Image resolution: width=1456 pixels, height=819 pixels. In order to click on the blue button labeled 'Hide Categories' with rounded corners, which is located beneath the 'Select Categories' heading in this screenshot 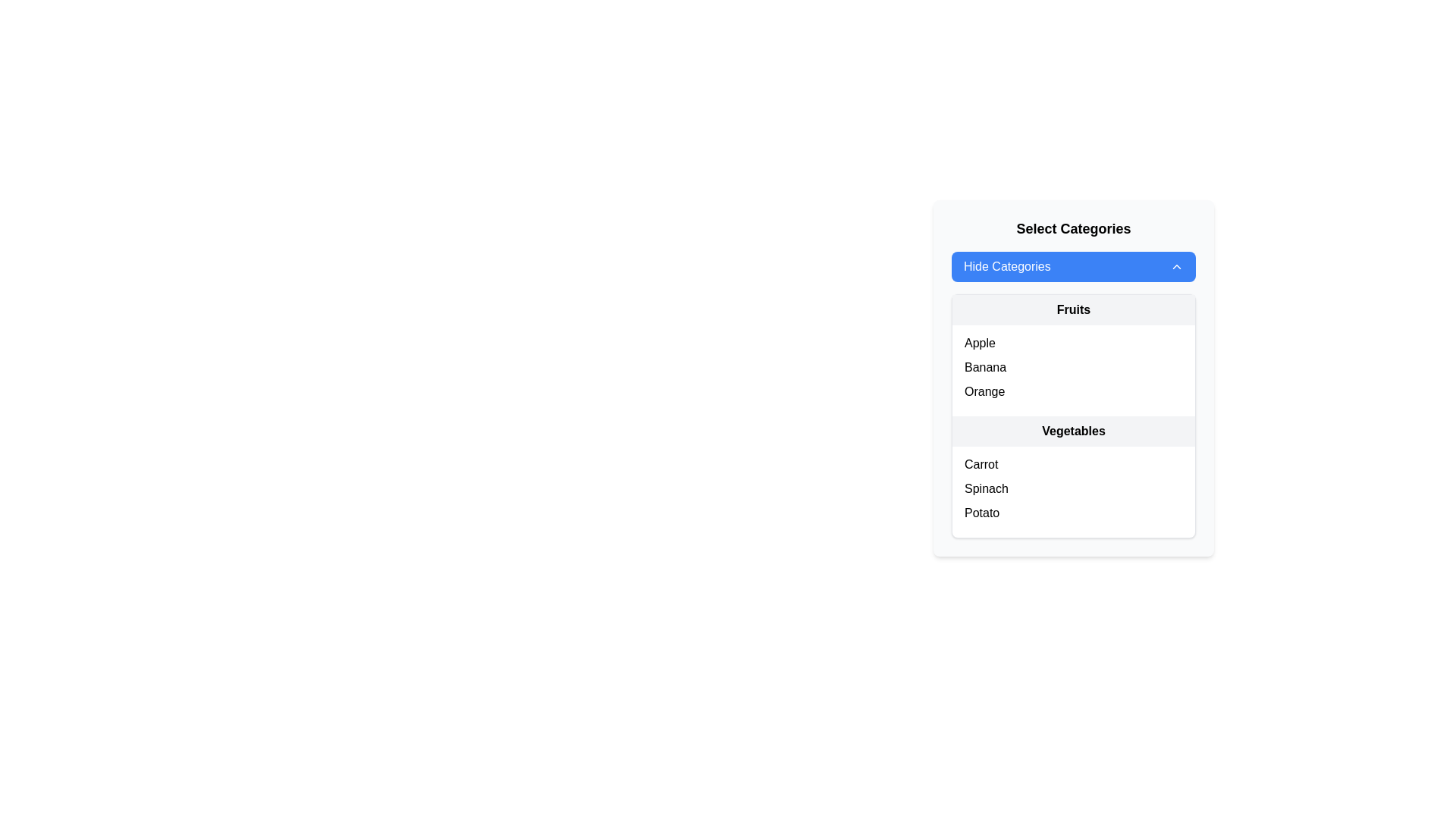, I will do `click(1073, 265)`.